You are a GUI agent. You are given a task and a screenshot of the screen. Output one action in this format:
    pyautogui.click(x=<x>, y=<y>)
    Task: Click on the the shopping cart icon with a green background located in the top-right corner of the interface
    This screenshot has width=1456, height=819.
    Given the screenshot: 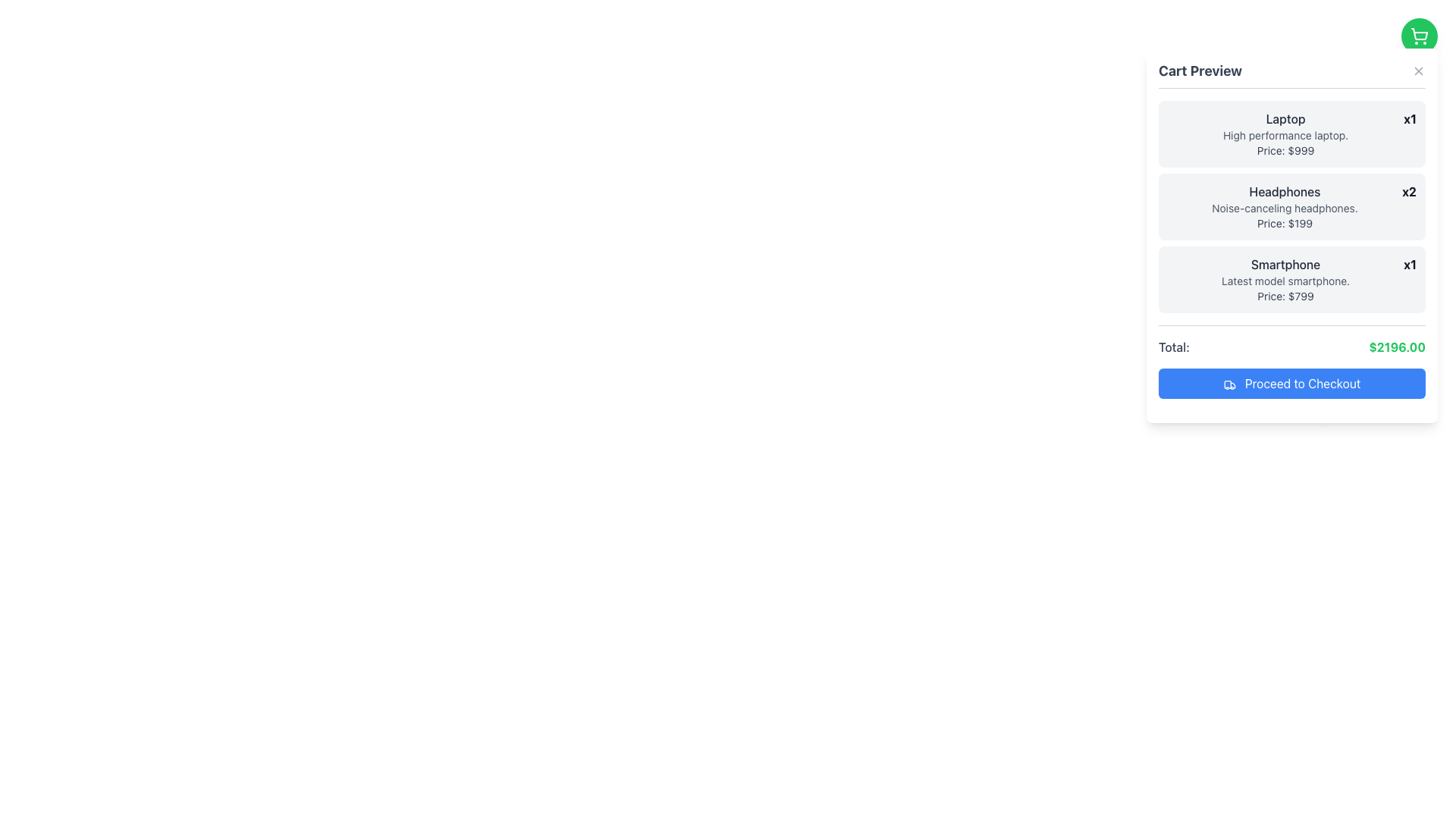 What is the action you would take?
    pyautogui.click(x=1419, y=35)
    